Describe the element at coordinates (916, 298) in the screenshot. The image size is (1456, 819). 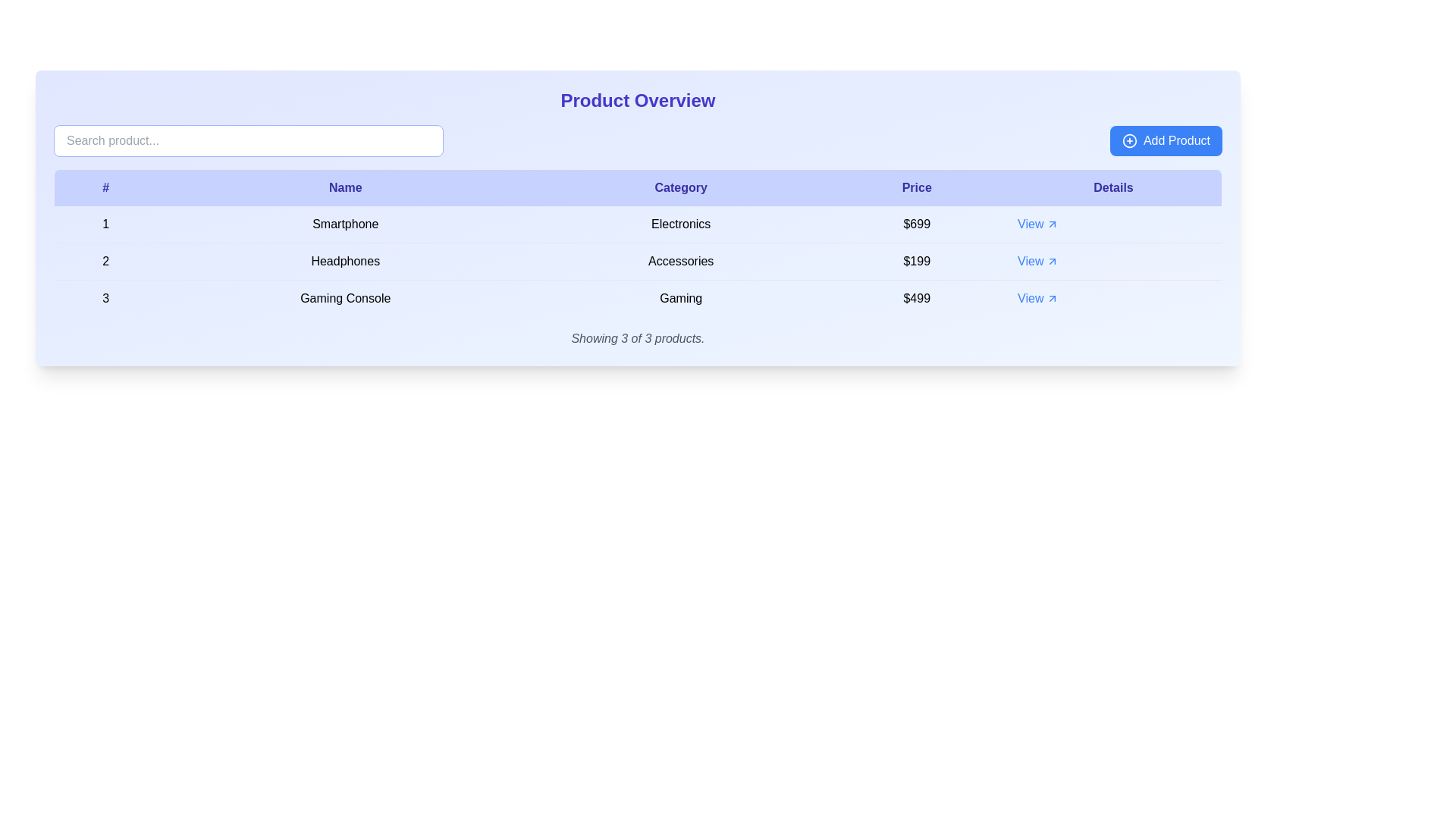
I see `the price indicator element displaying '$499', which is styled with a plain black font and located in the 'Price' column of the table, aligned with 'Gaming Console'` at that location.